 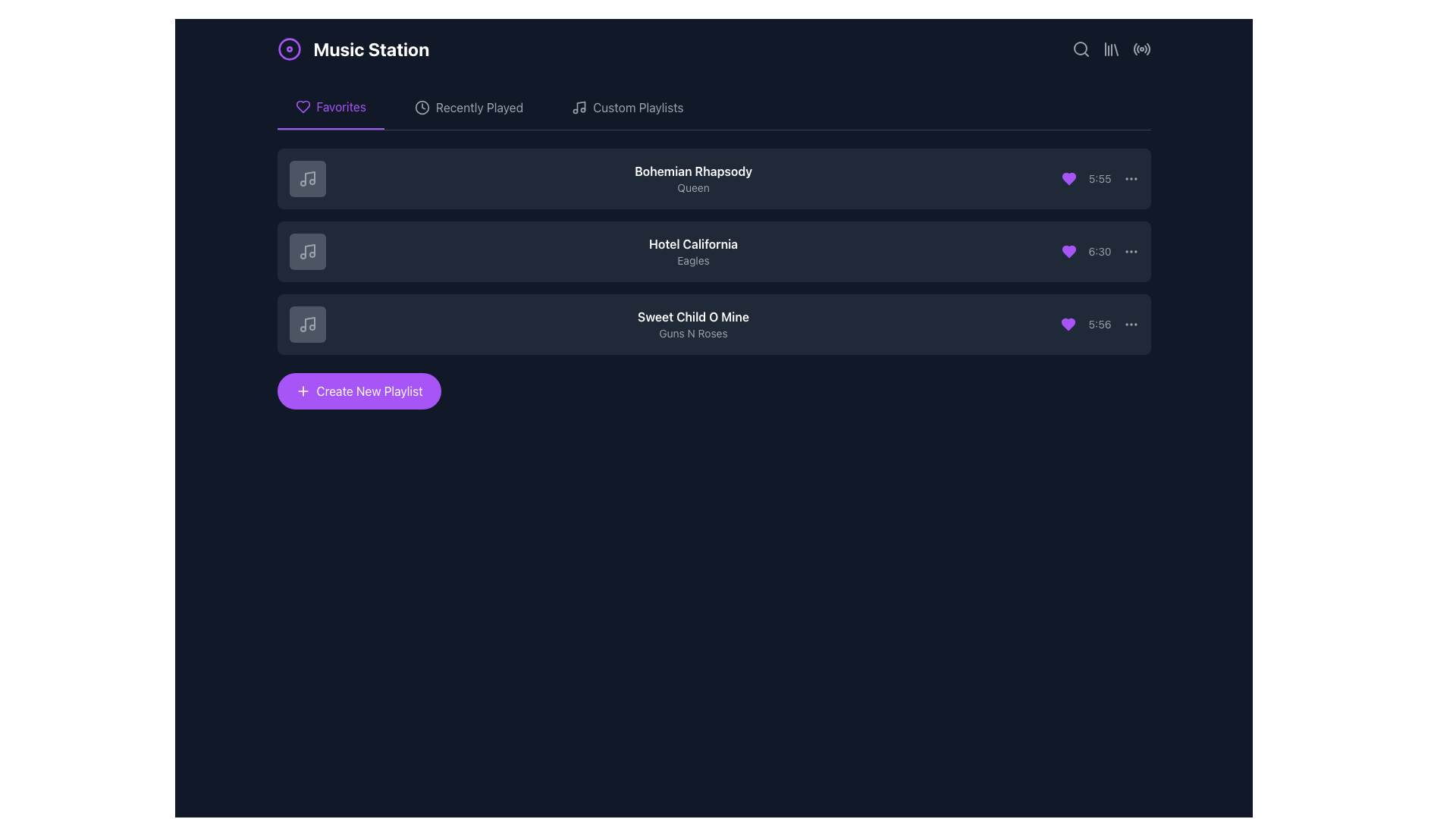 I want to click on the second item in the navigation menu, which is the 'Recently Played' link, so click(x=479, y=107).